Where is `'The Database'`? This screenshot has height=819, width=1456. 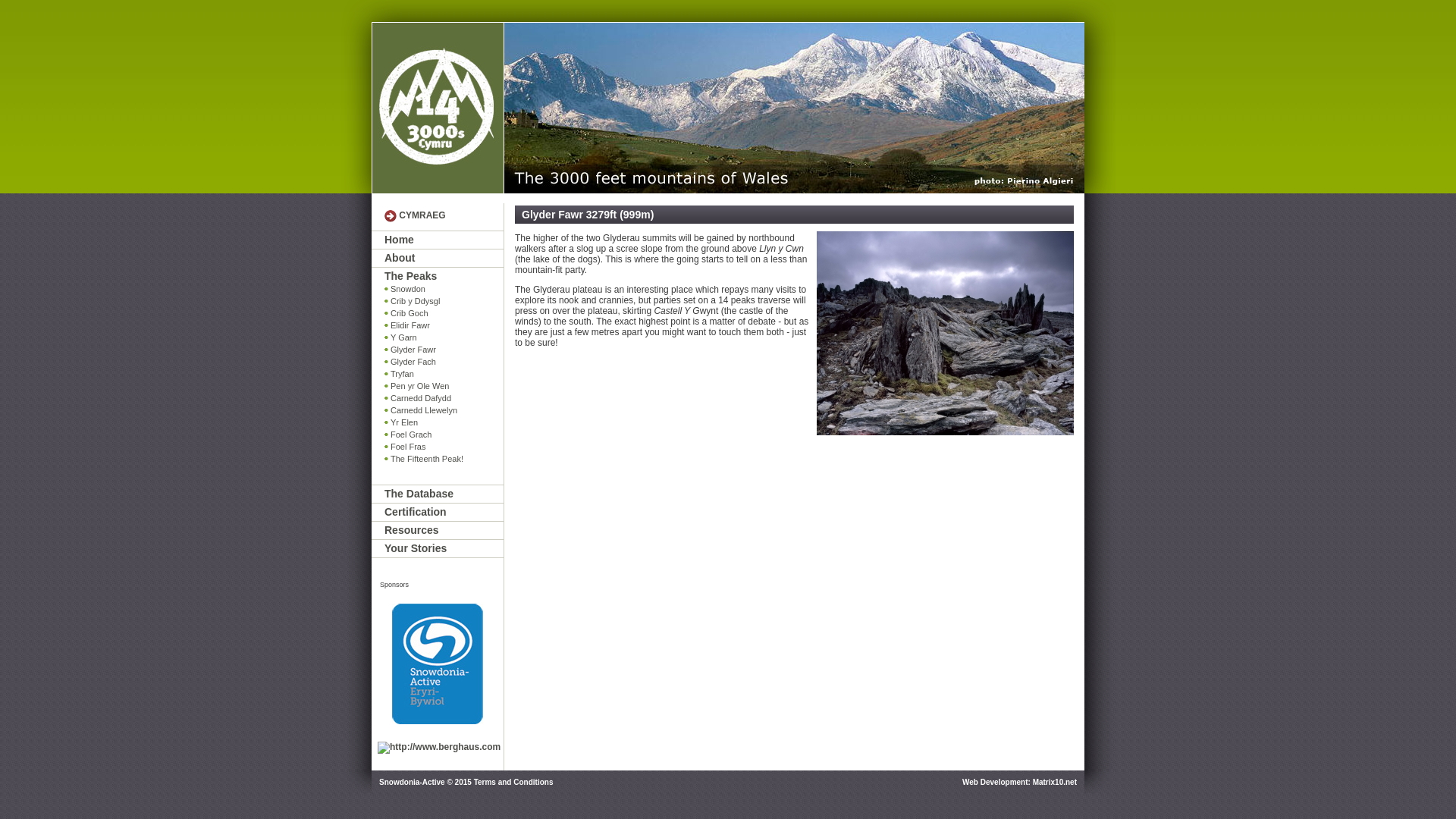
'The Database' is located at coordinates (443, 494).